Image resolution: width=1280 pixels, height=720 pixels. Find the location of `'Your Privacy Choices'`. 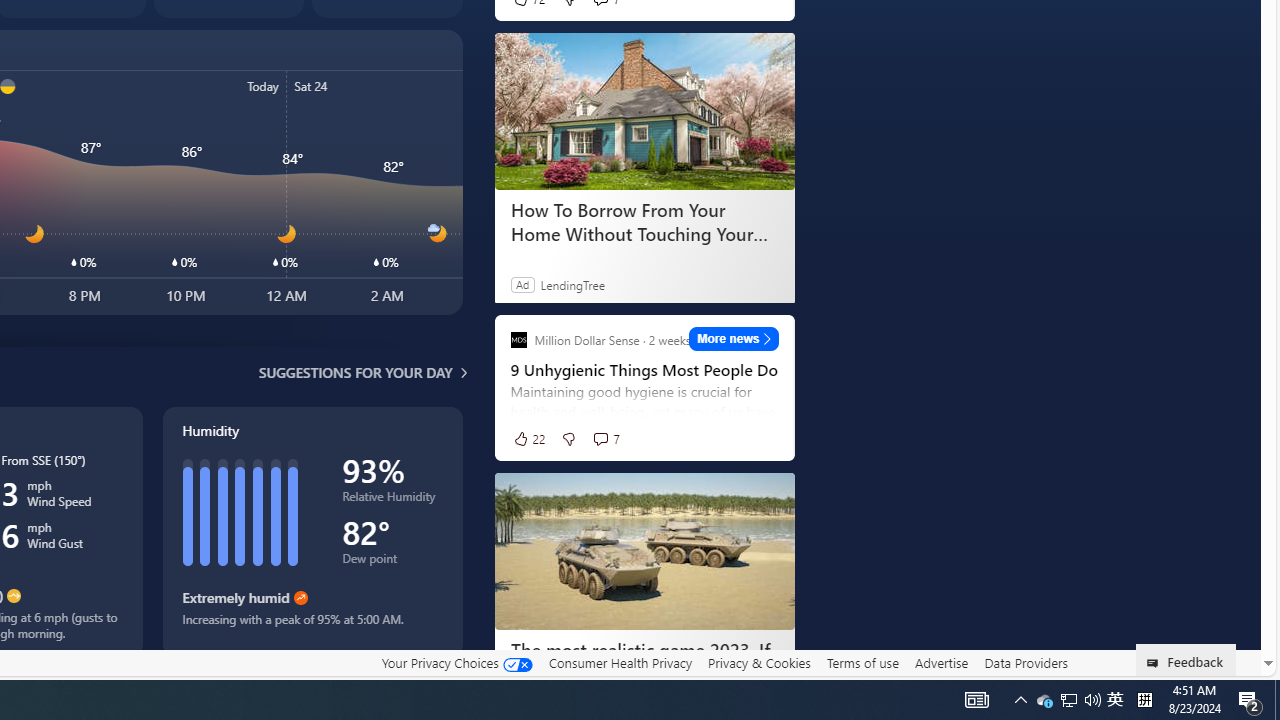

'Your Privacy Choices' is located at coordinates (455, 662).